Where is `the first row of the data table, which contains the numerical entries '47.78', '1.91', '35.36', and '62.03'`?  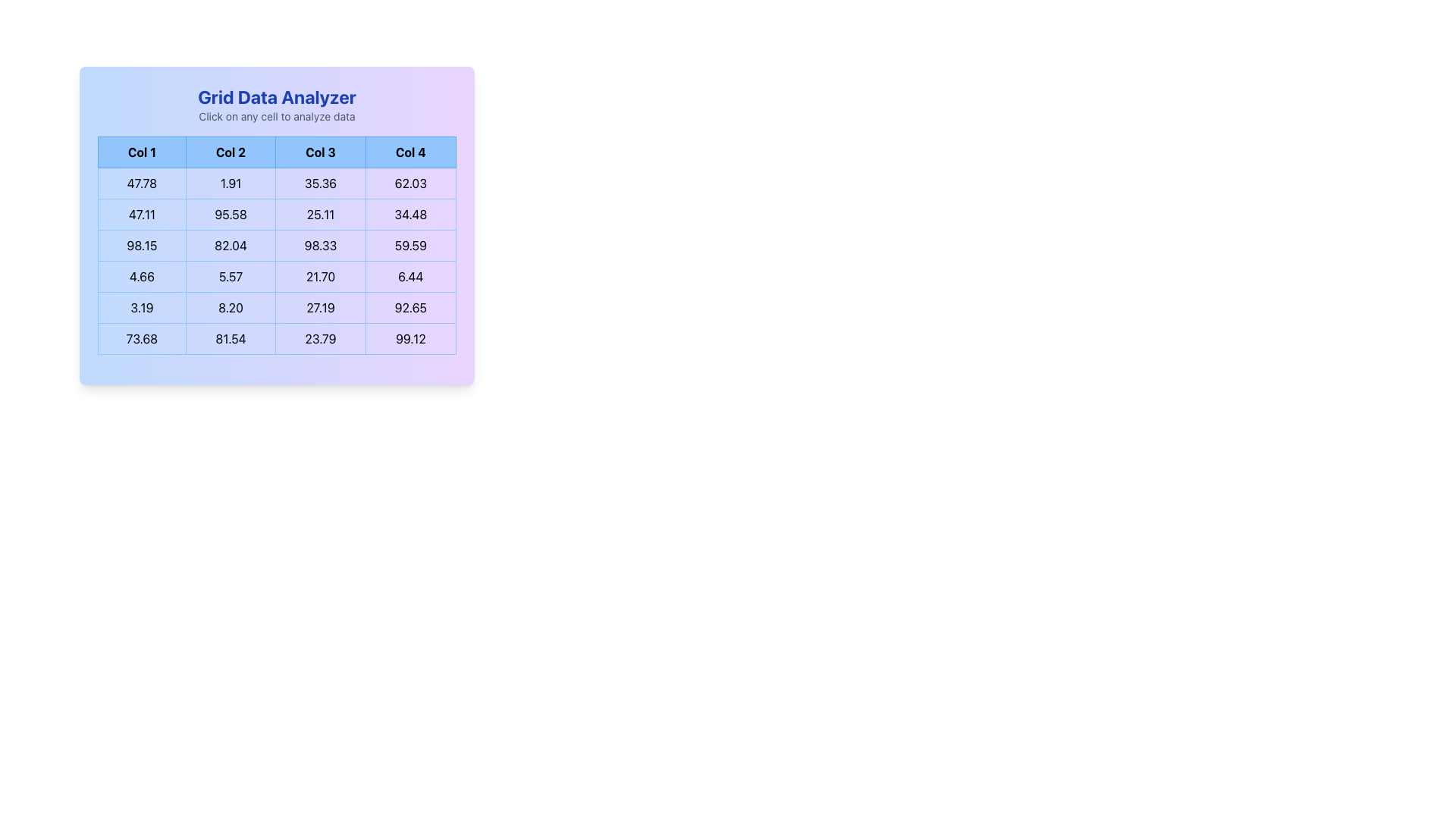
the first row of the data table, which contains the numerical entries '47.78', '1.91', '35.36', and '62.03' is located at coordinates (277, 183).